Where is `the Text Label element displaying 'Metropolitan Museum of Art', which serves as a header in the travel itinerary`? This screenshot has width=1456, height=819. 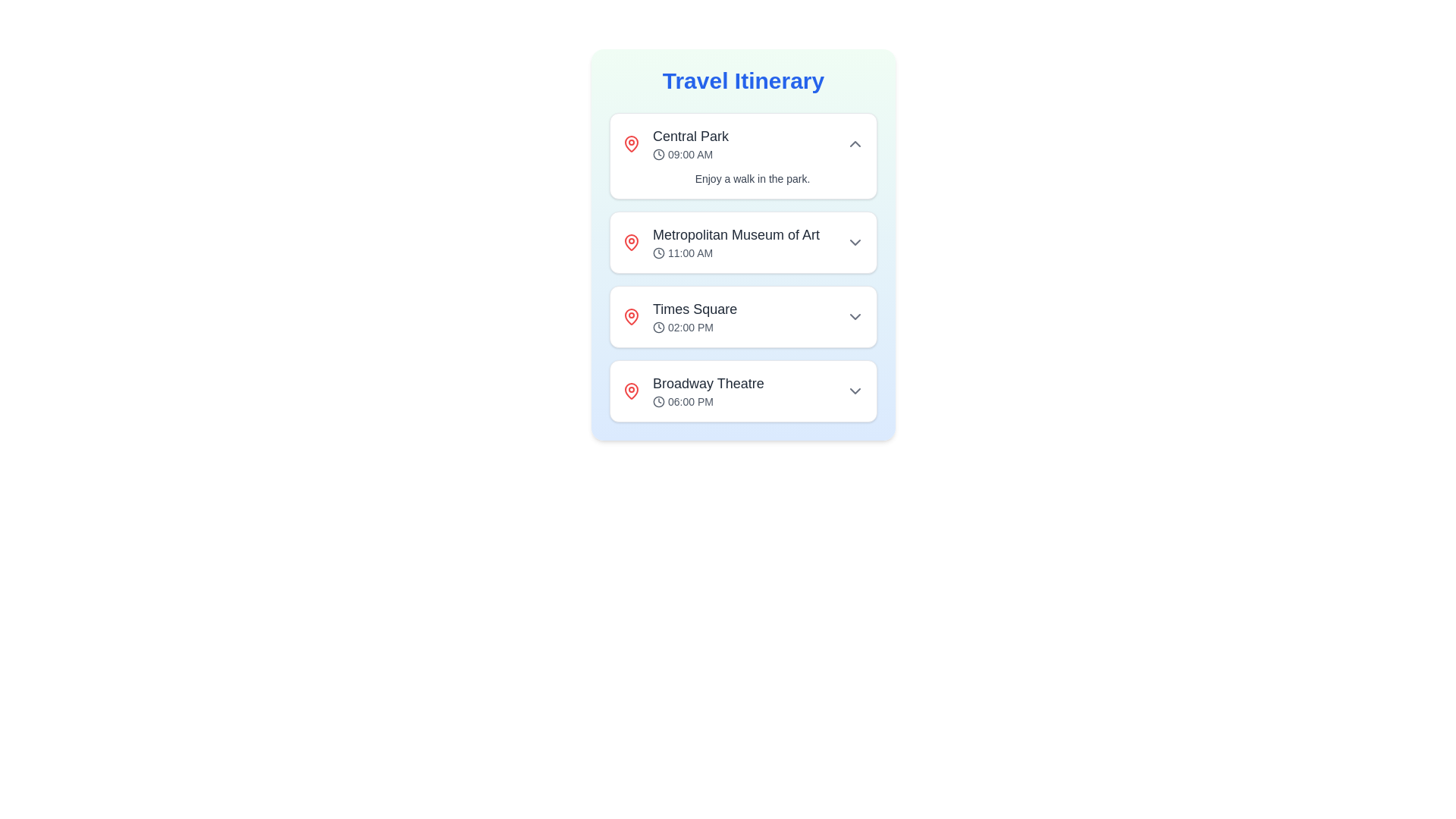
the Text Label element displaying 'Metropolitan Museum of Art', which serves as a header in the travel itinerary is located at coordinates (736, 234).